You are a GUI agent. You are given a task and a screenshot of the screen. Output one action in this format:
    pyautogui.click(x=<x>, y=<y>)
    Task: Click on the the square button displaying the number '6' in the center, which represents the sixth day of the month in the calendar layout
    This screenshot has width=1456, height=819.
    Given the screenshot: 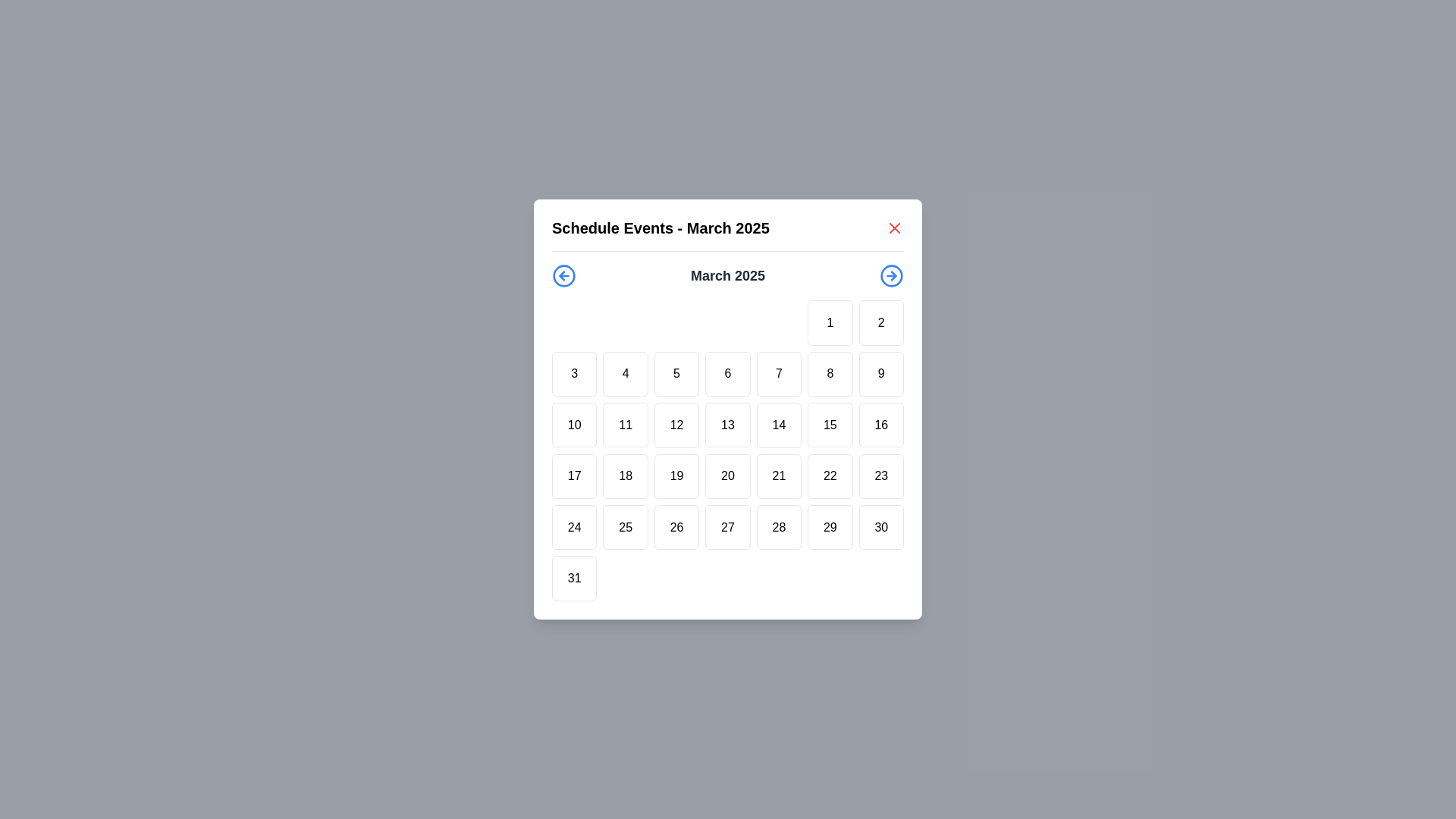 What is the action you would take?
    pyautogui.click(x=728, y=374)
    